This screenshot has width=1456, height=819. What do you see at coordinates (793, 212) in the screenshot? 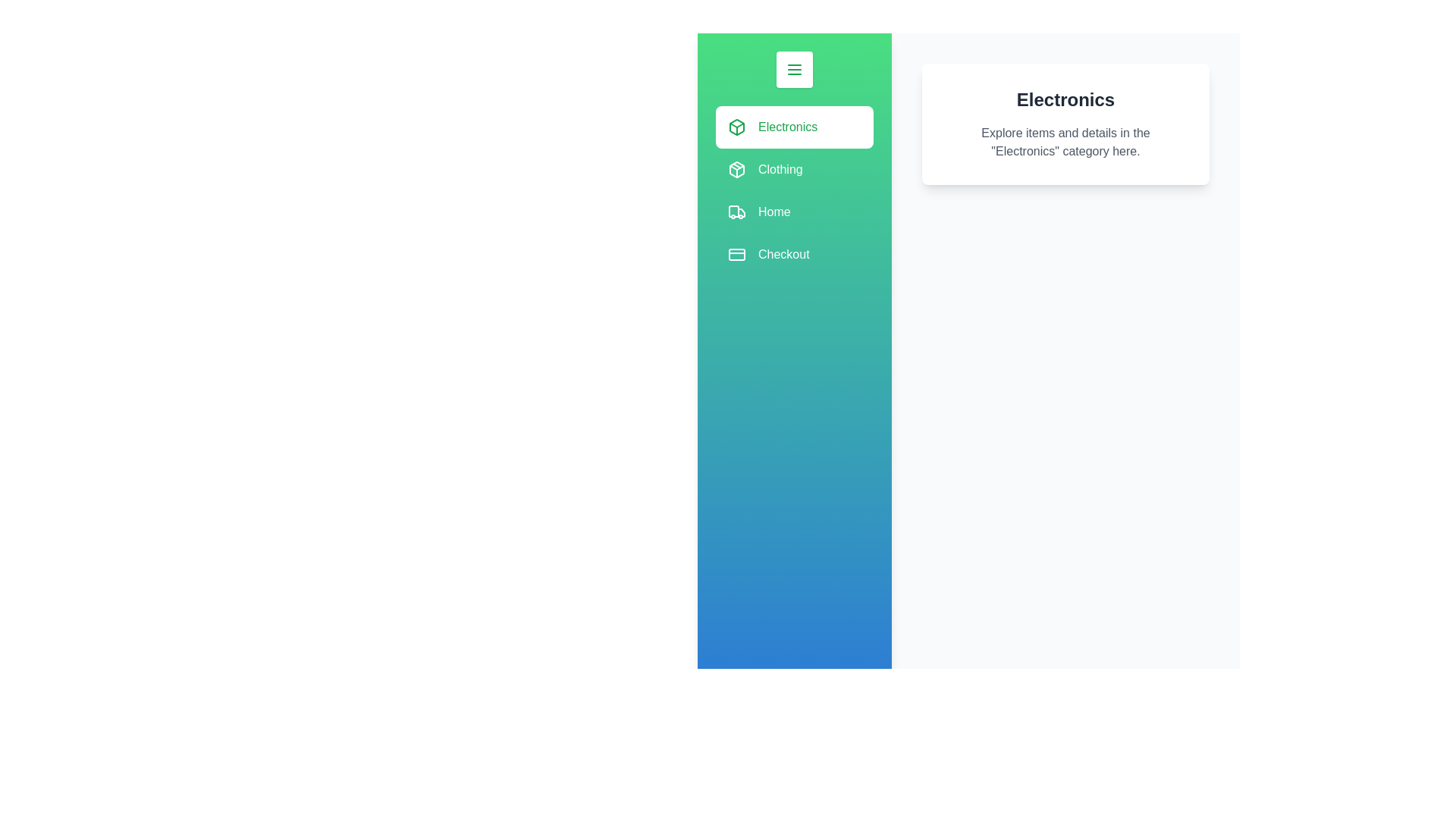
I see `the category Home from the list by clicking on its interactive area` at bounding box center [793, 212].